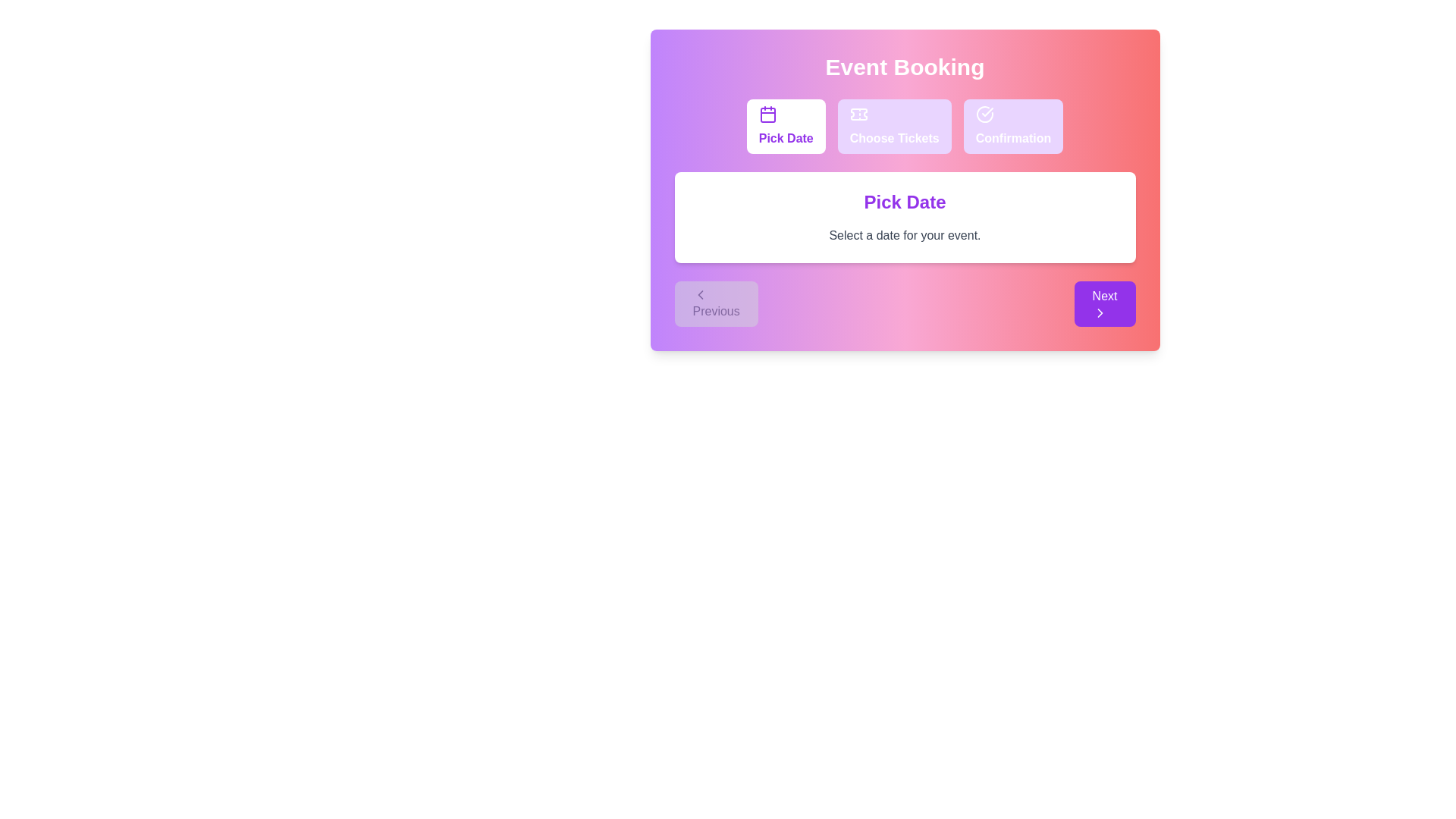 This screenshot has width=1456, height=819. Describe the element at coordinates (858, 113) in the screenshot. I see `the ticket selection icon located within the 'Choose Tickets' button, the second button from the left in the navigation row at the top center of the 'Event Booking' interface` at that location.